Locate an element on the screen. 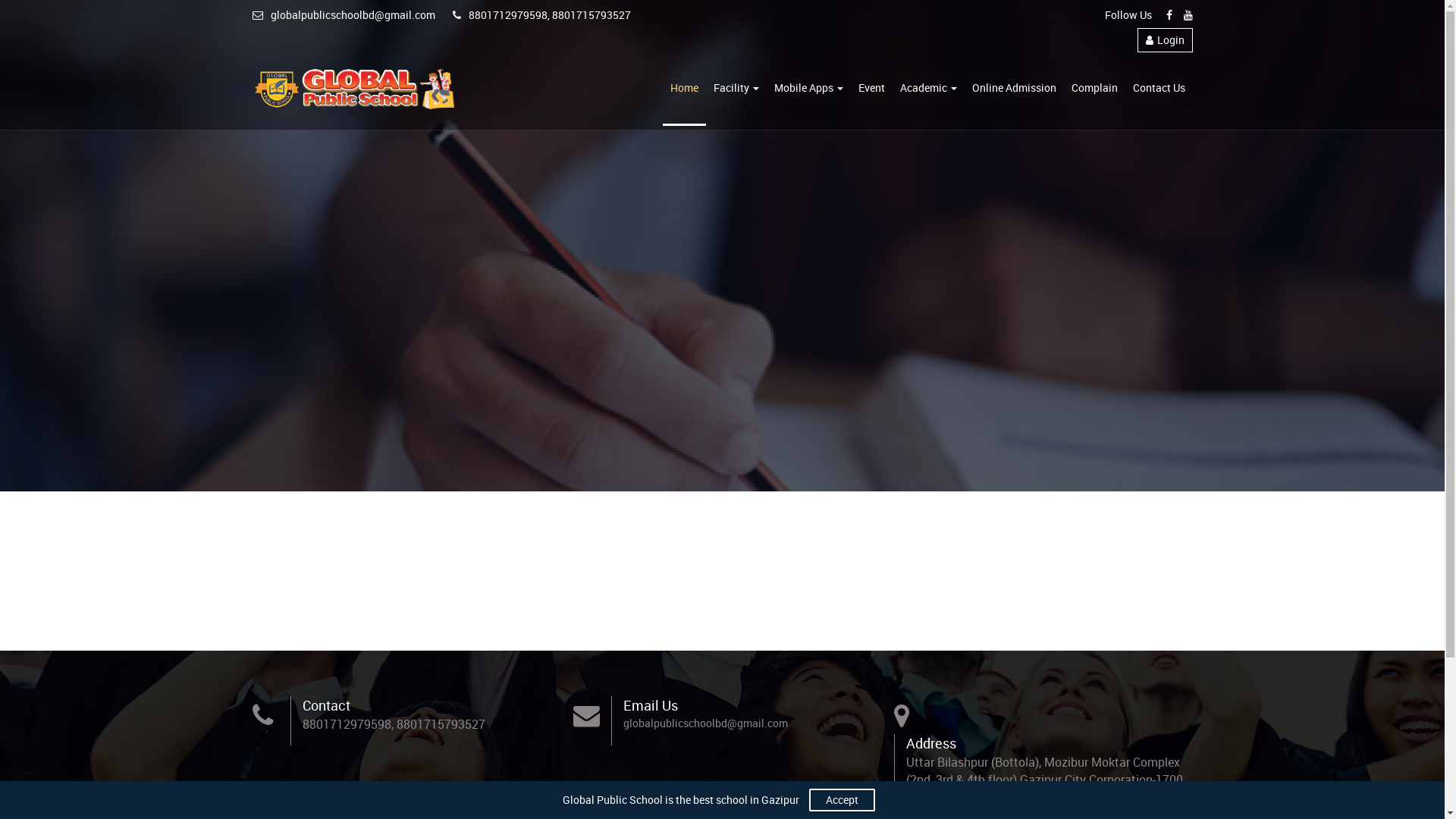 Image resolution: width=1456 pixels, height=819 pixels. 'Contact Us' is located at coordinates (1158, 89).